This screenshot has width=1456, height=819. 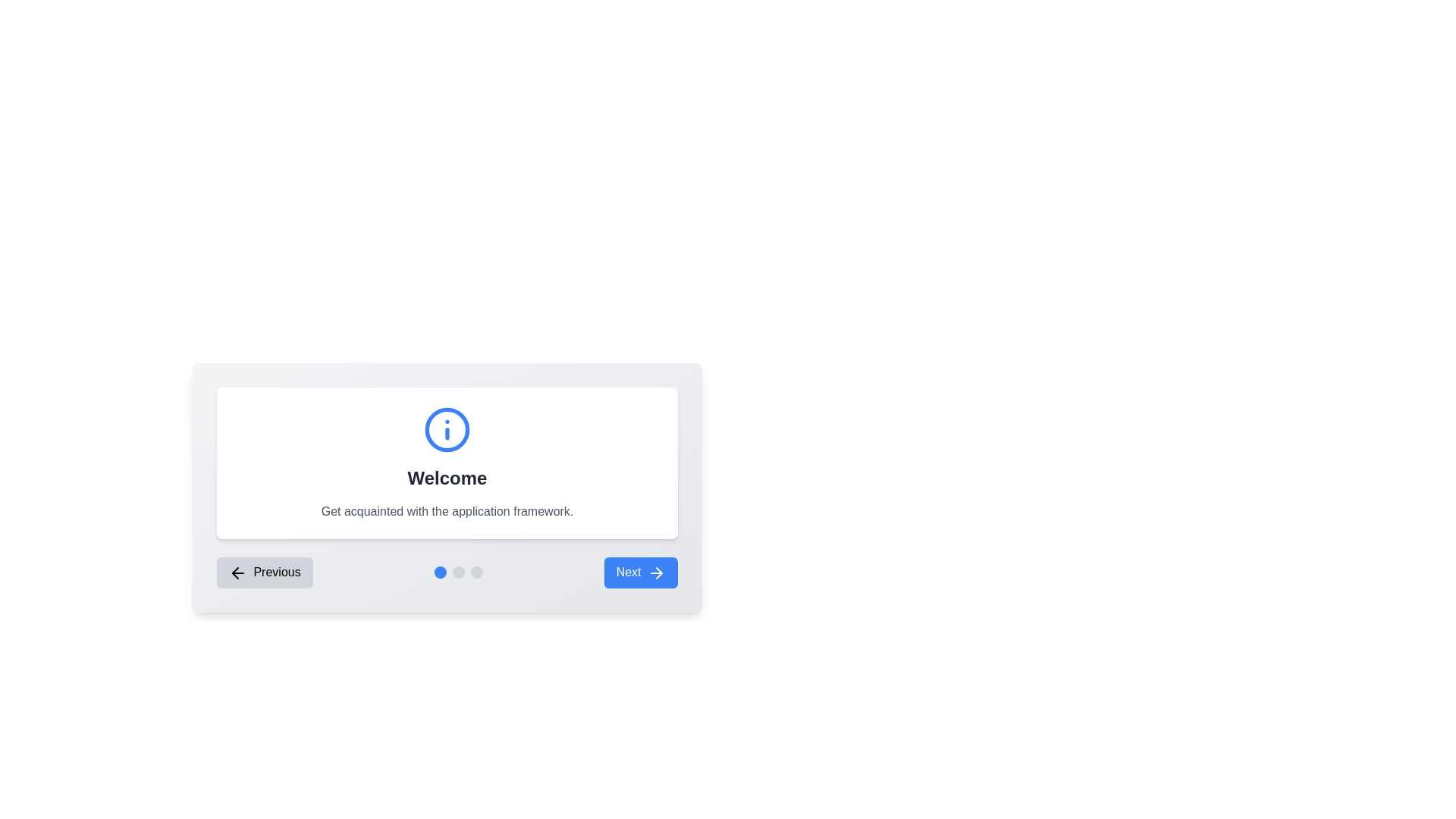 I want to click on the 'Next' button, which contains the arrow graphic indicating progression, to proceed, so click(x=659, y=573).